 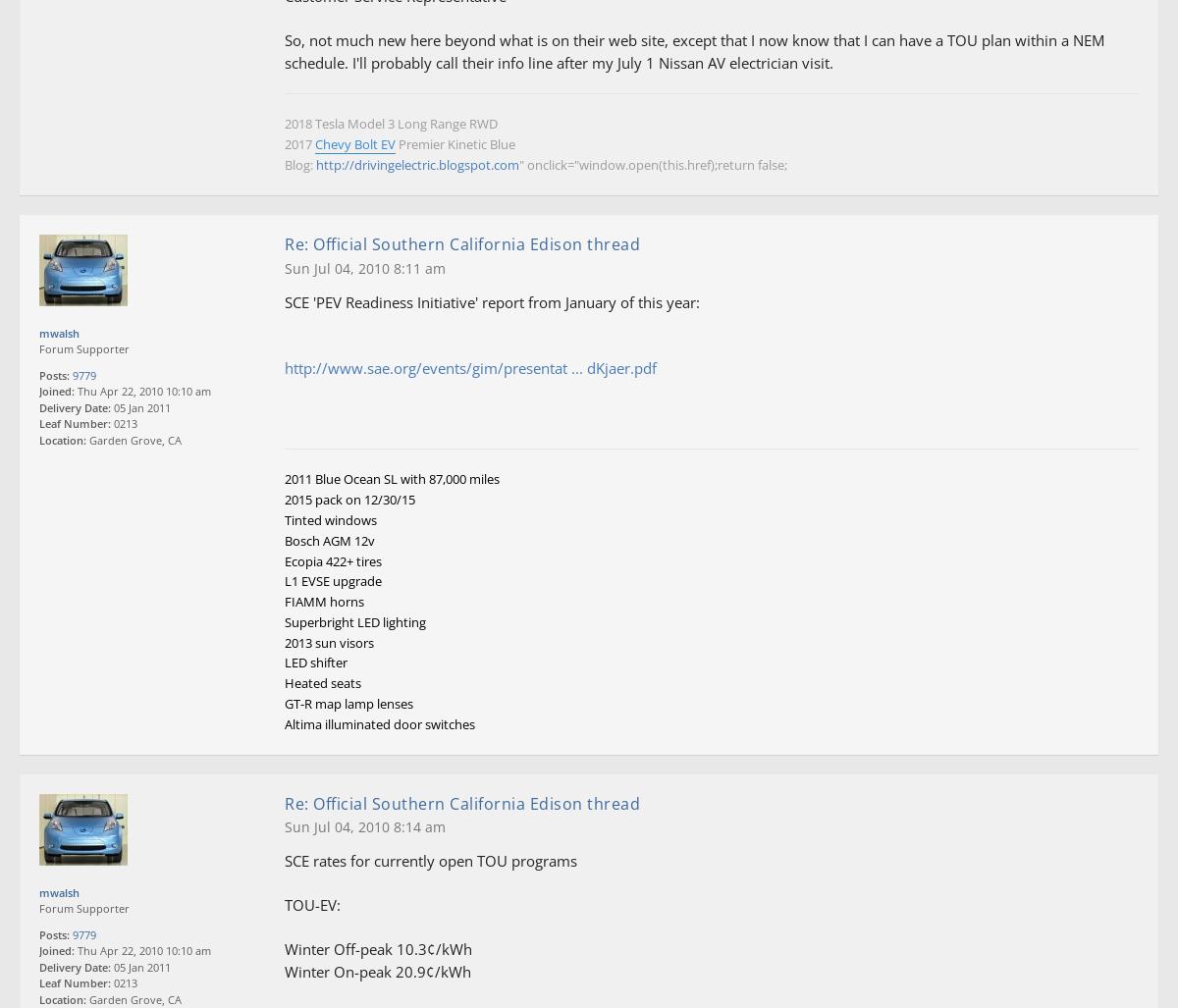 I want to click on 'Blog:', so click(x=300, y=165).